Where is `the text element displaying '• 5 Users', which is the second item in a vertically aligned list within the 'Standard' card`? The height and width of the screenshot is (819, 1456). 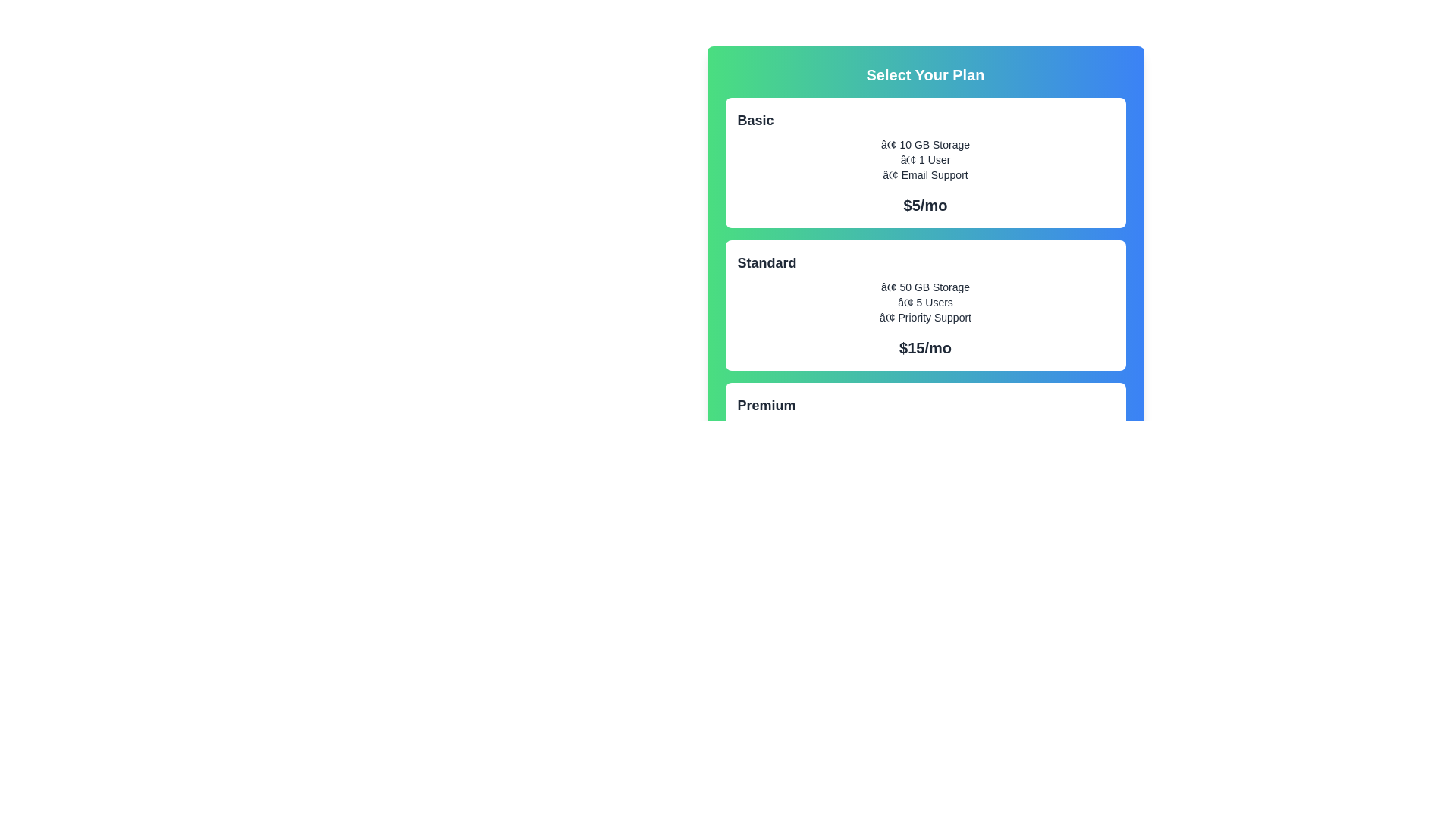
the text element displaying '• 5 Users', which is the second item in a vertically aligned list within the 'Standard' card is located at coordinates (924, 302).